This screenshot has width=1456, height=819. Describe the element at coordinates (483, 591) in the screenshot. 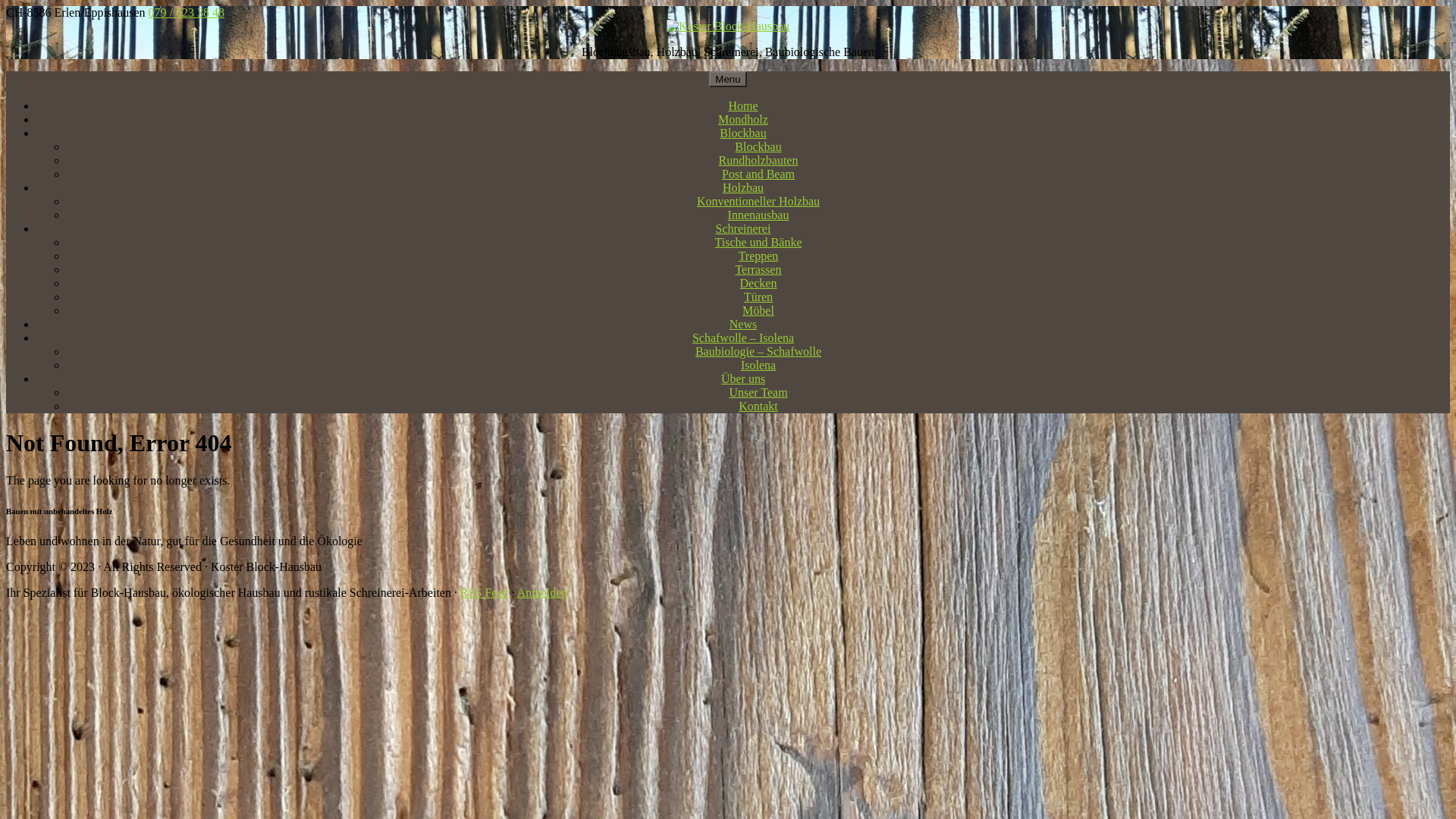

I see `'RSS Feed'` at that location.